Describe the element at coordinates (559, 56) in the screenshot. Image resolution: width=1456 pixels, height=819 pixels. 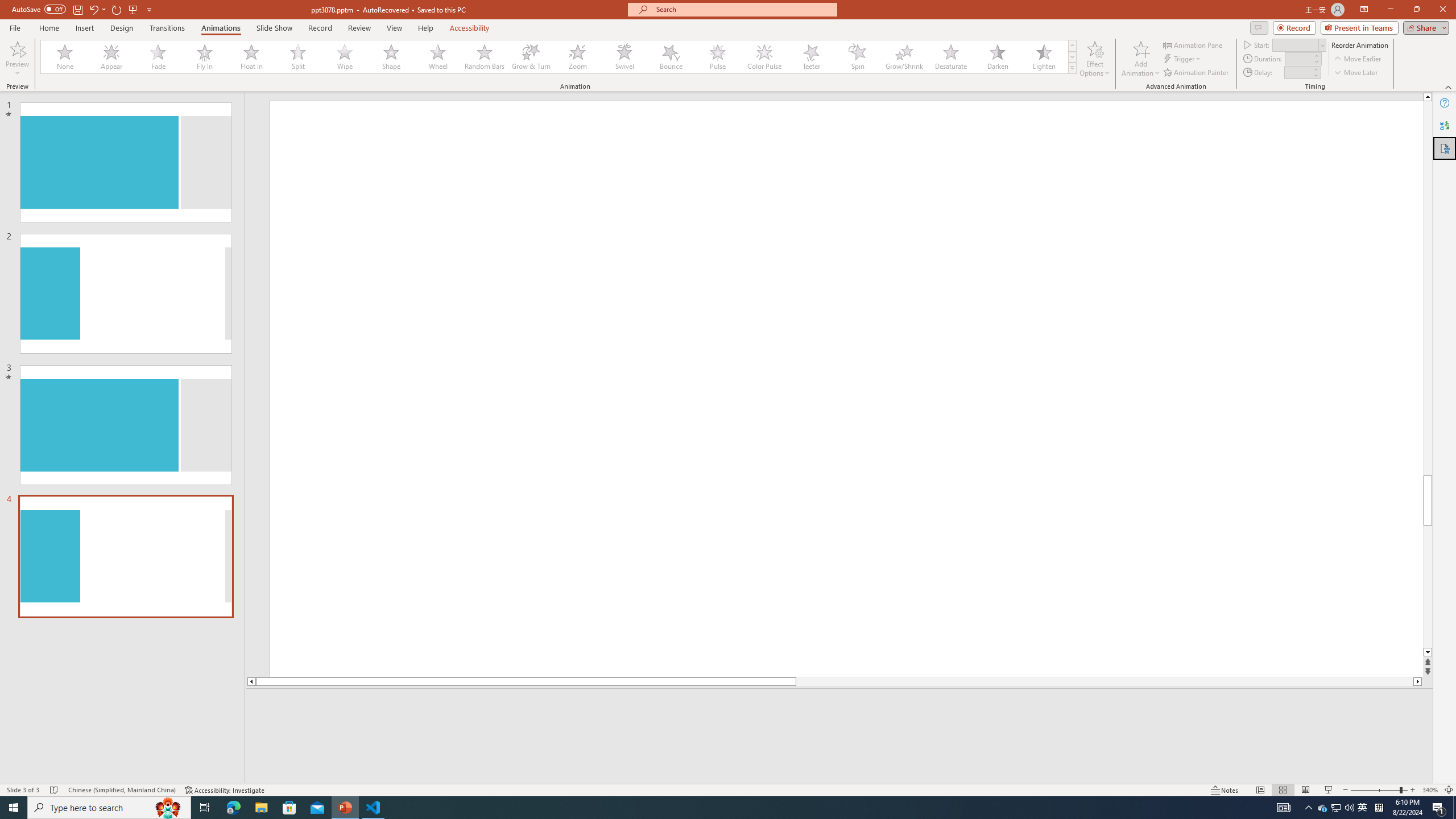
I see `'AutomationID: AnimationGallery'` at that location.